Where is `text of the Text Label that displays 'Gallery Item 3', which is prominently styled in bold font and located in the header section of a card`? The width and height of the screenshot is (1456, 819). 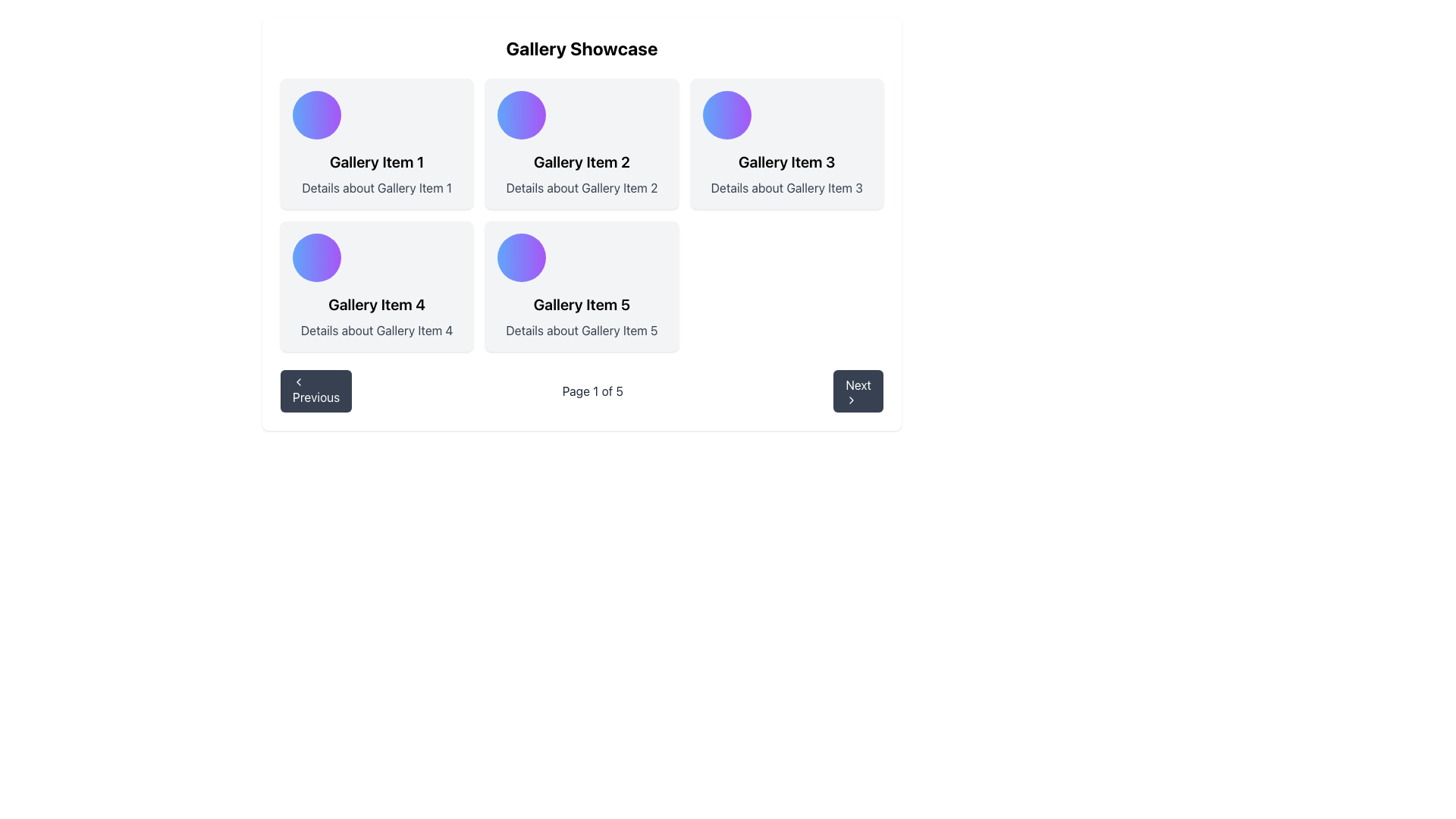 text of the Text Label that displays 'Gallery Item 3', which is prominently styled in bold font and located in the header section of a card is located at coordinates (786, 162).